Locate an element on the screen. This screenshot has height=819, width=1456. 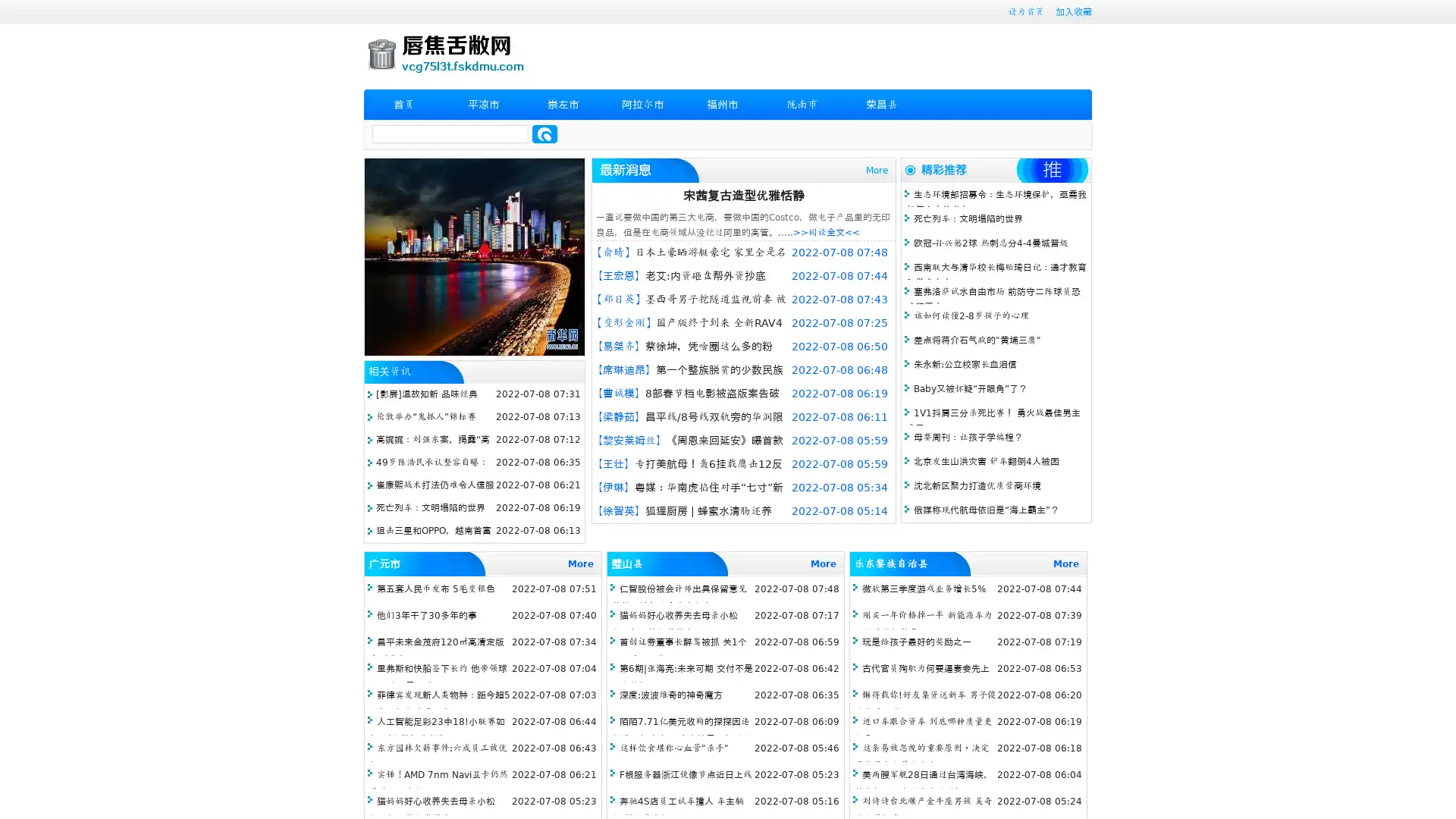
Search is located at coordinates (544, 133).